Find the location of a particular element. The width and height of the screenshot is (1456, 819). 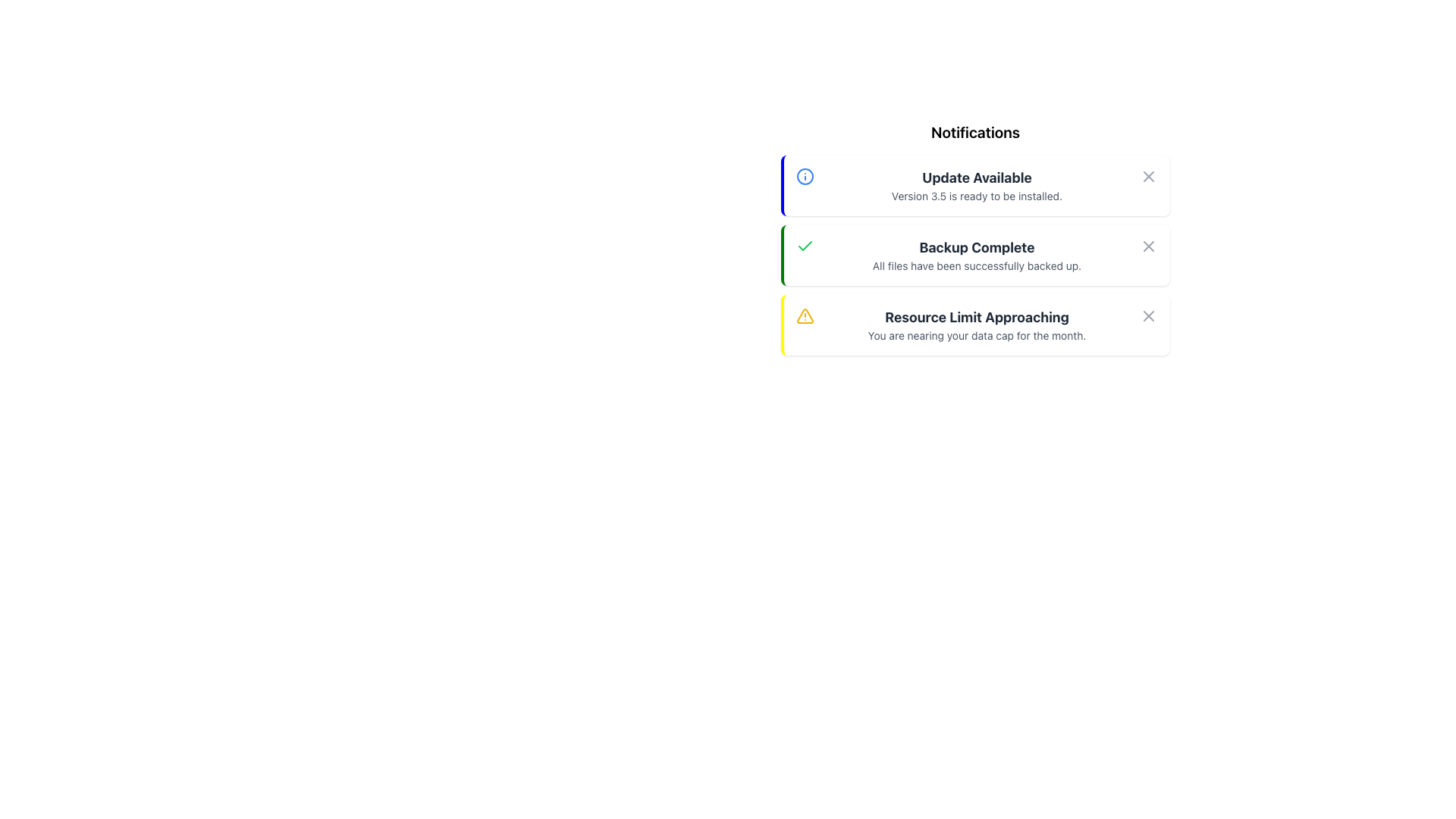

text that informs the user about the completion of the backup operation, located in the second notification card, above the text 'All files have been successfully backed up.' is located at coordinates (977, 247).